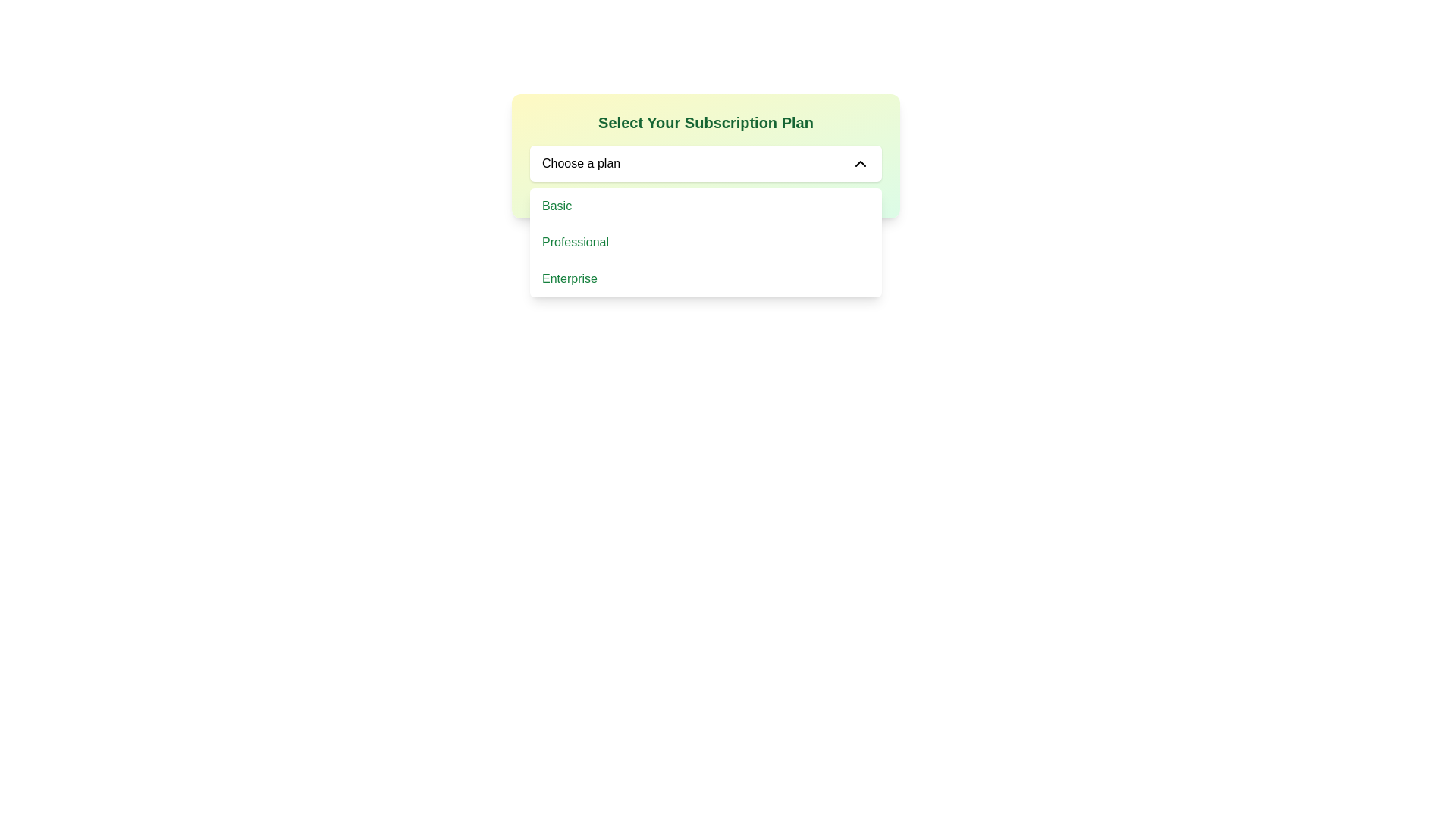 The width and height of the screenshot is (1456, 819). I want to click on to select the 'Enterprise' option in the dropdown menu, which is styled in green font and is the last option listed, so click(705, 278).